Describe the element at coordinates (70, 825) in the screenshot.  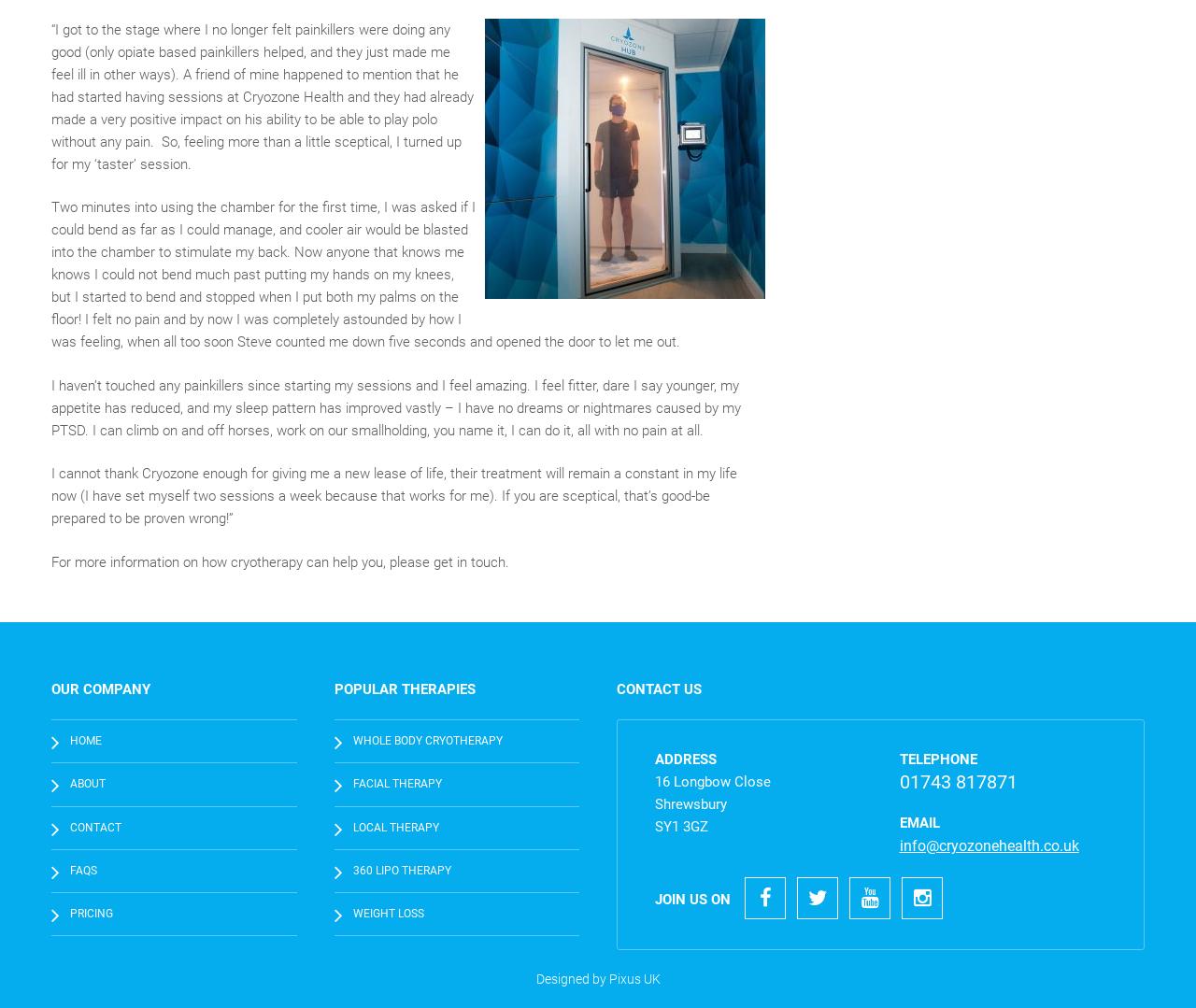
I see `'Contact'` at that location.